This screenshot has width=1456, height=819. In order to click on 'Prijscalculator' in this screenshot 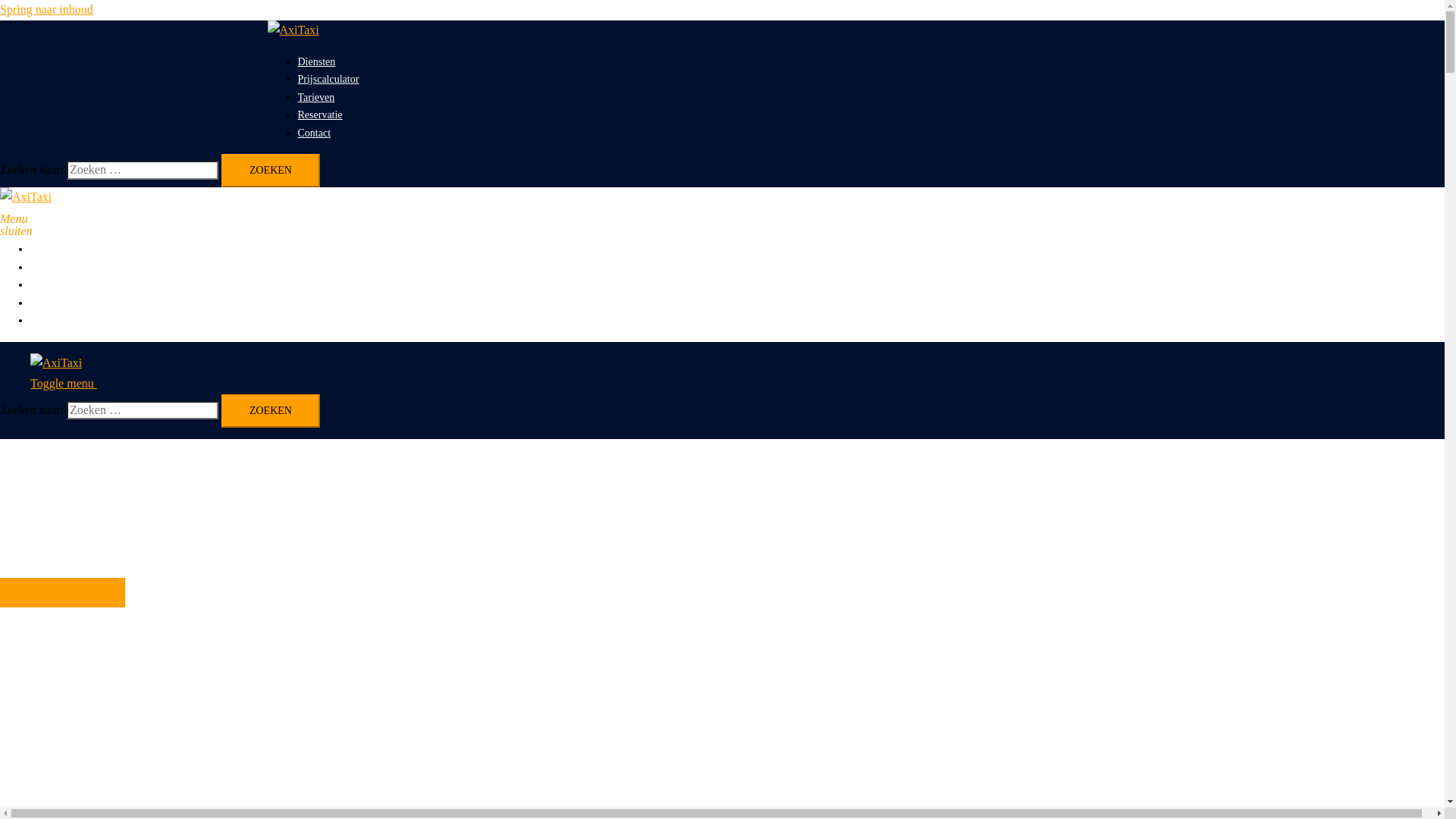, I will do `click(61, 266)`.